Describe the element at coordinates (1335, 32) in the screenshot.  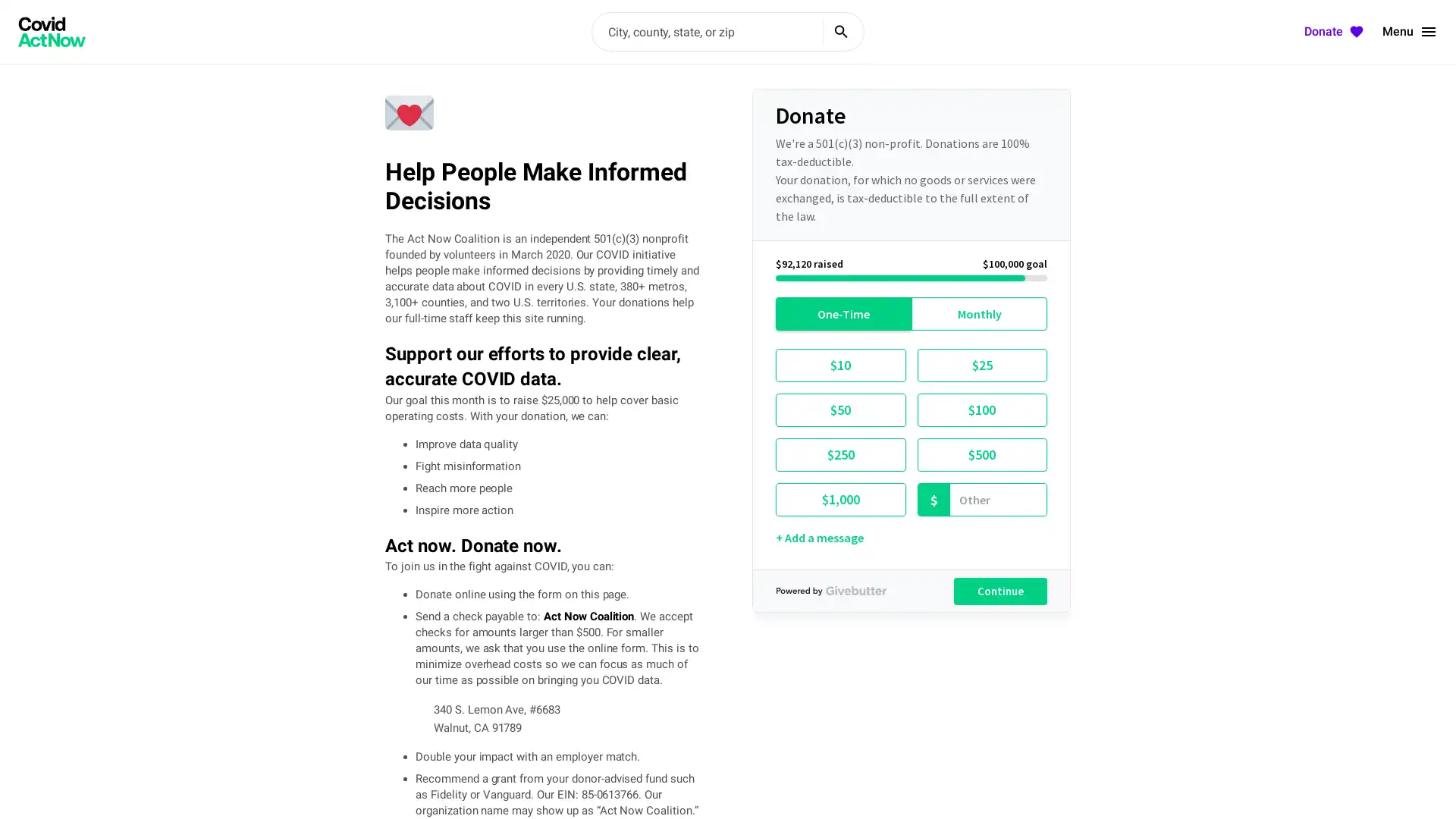
I see `Donate` at that location.